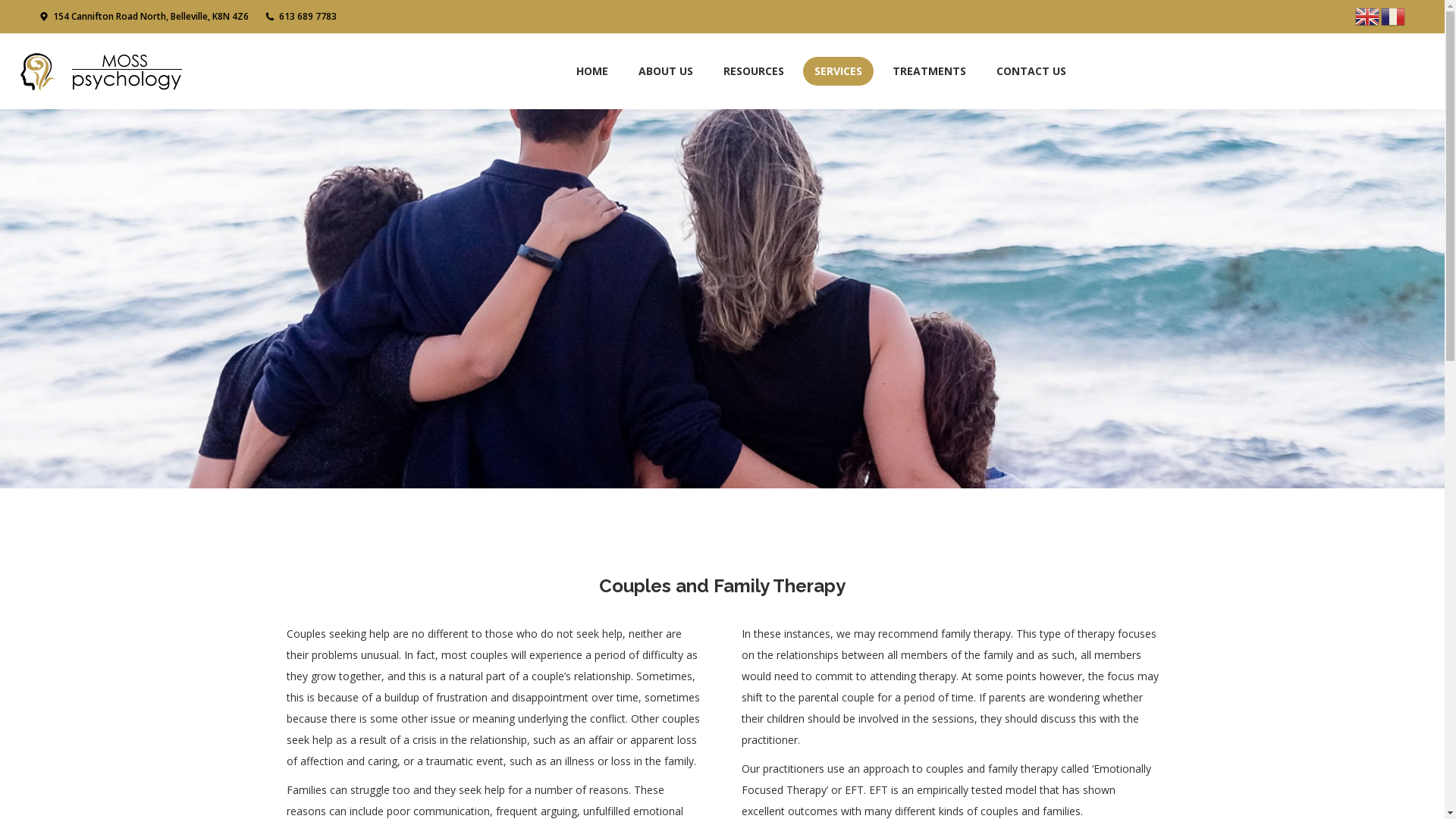 Image resolution: width=1456 pixels, height=819 pixels. What do you see at coordinates (1030, 71) in the screenshot?
I see `'CONTACT US'` at bounding box center [1030, 71].